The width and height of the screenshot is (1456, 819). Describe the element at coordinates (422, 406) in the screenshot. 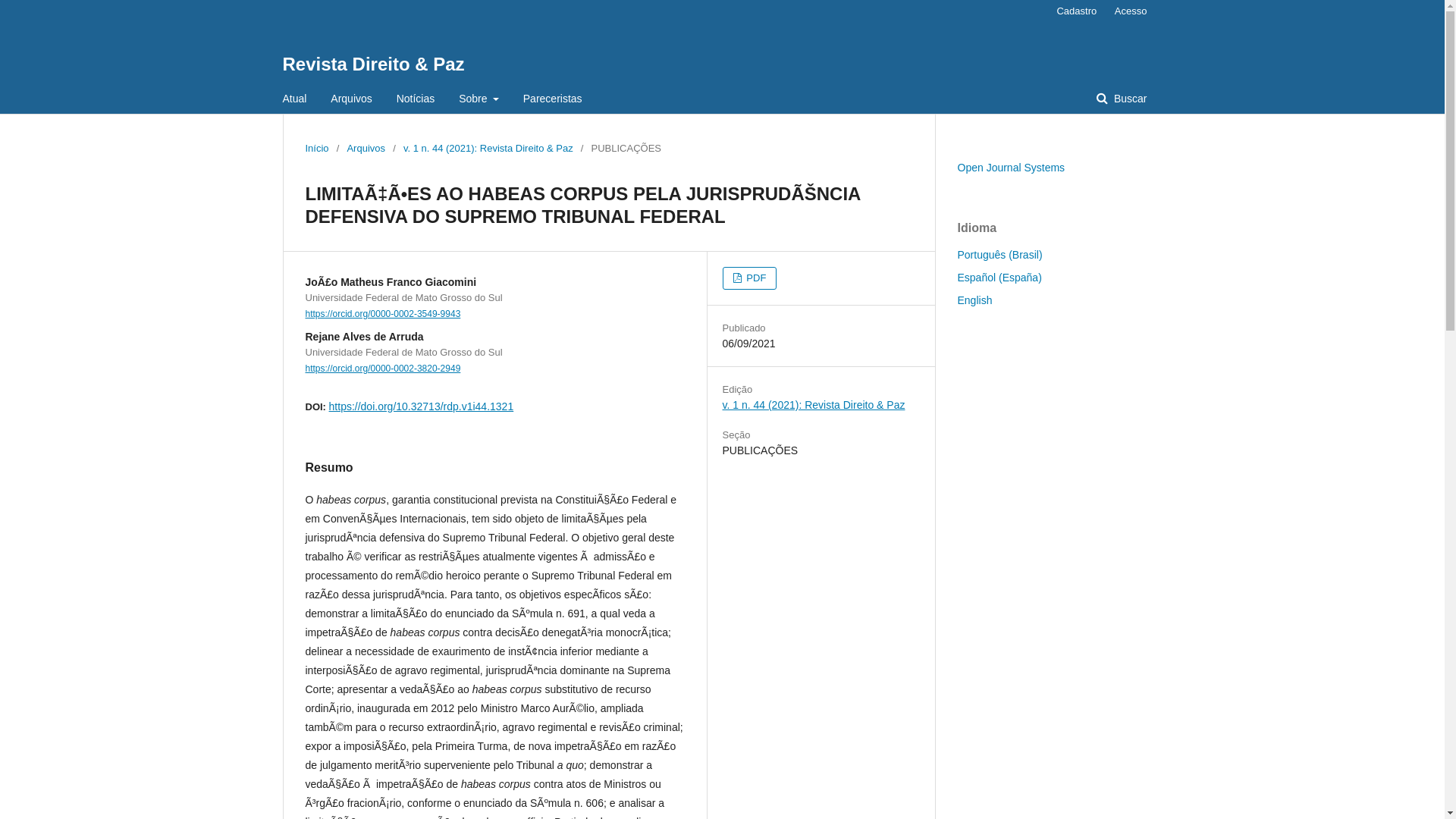

I see `'https://doi.org/10.32713/rdp.v1i44.1321'` at that location.